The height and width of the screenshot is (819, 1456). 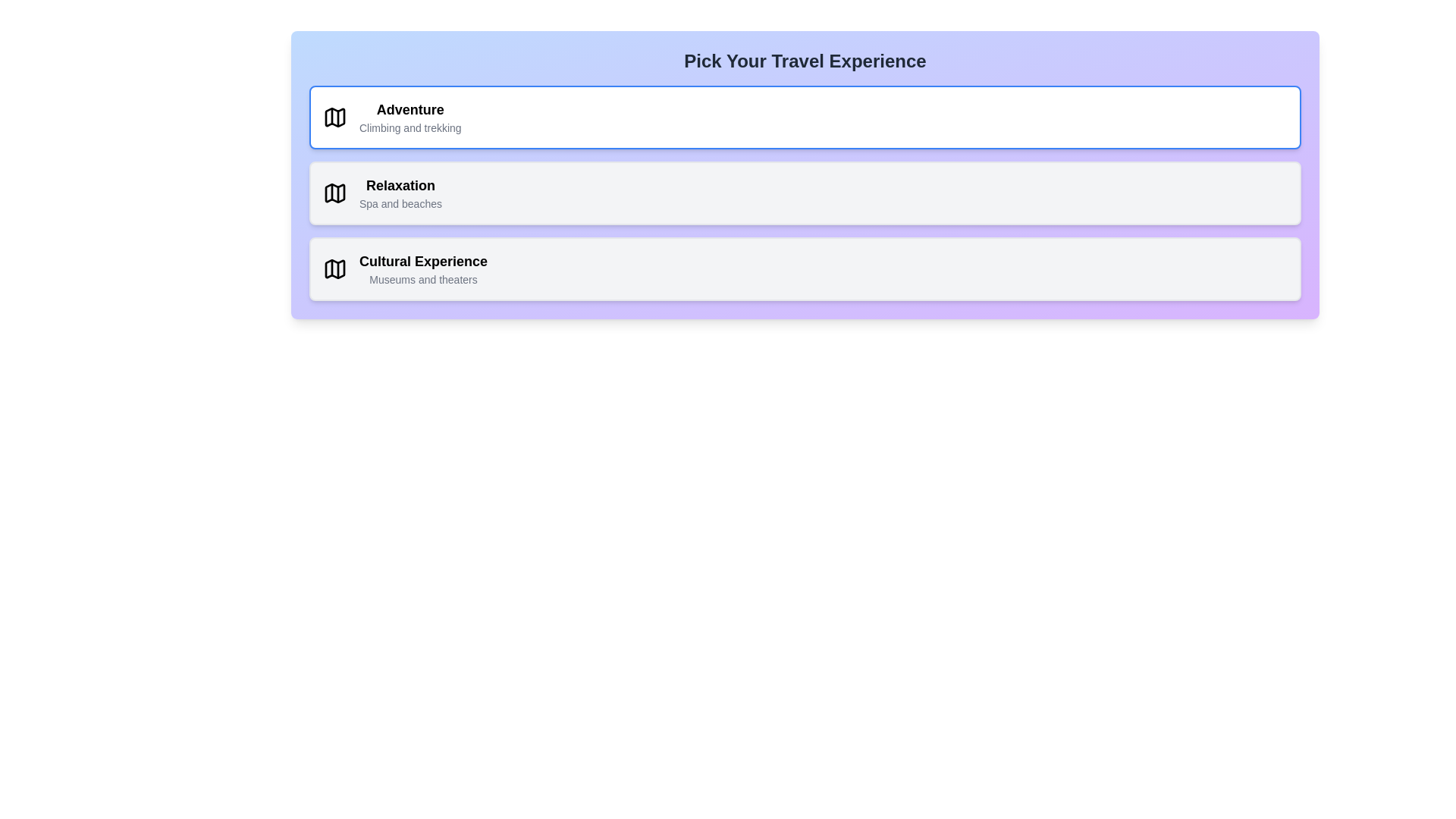 What do you see at coordinates (423, 268) in the screenshot?
I see `the Text Display for 'Cultural Experience', the bottommost option under 'Pick Your Travel Experience'` at bounding box center [423, 268].